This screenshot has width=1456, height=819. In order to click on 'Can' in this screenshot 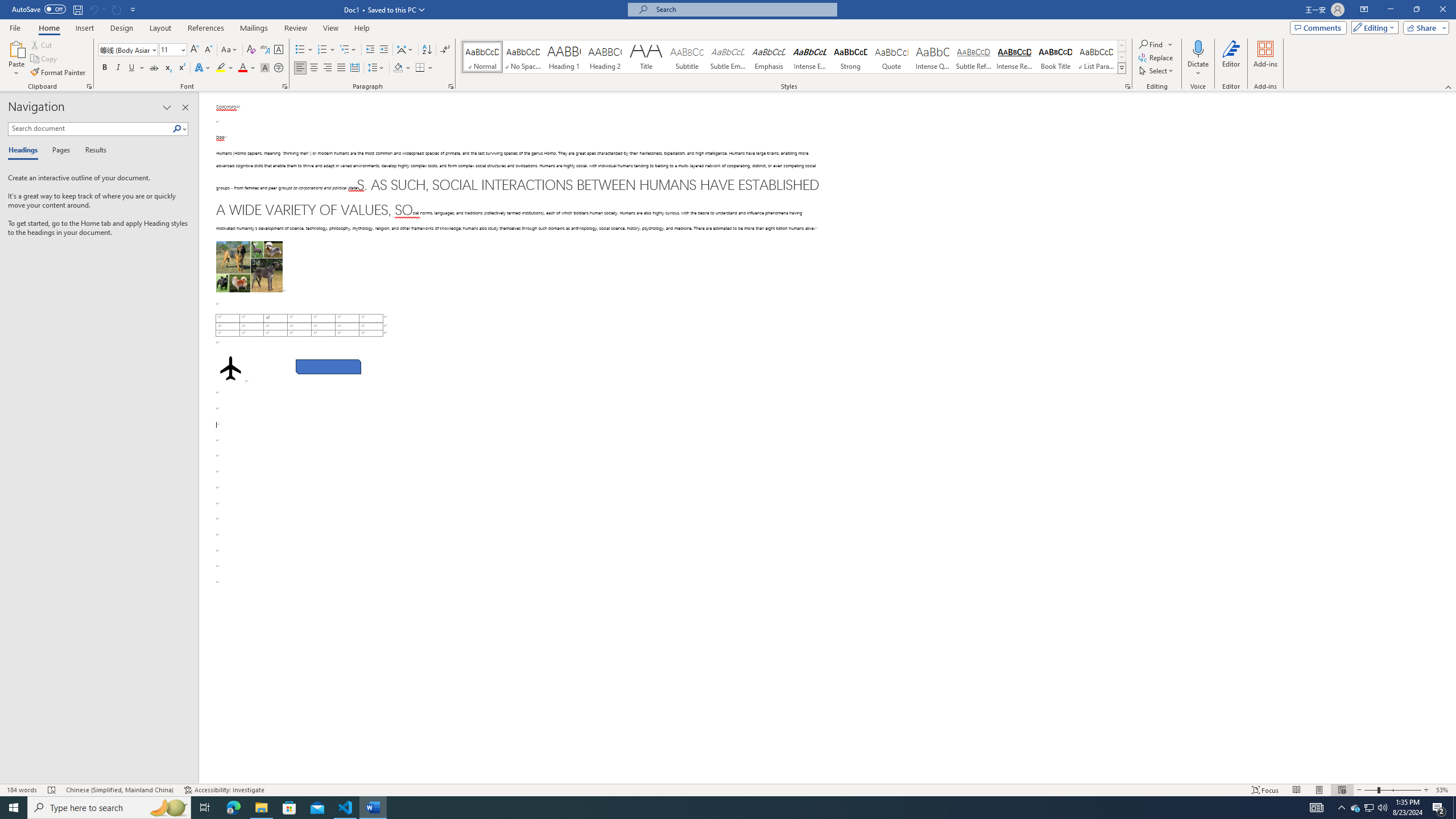, I will do `click(93, 9)`.